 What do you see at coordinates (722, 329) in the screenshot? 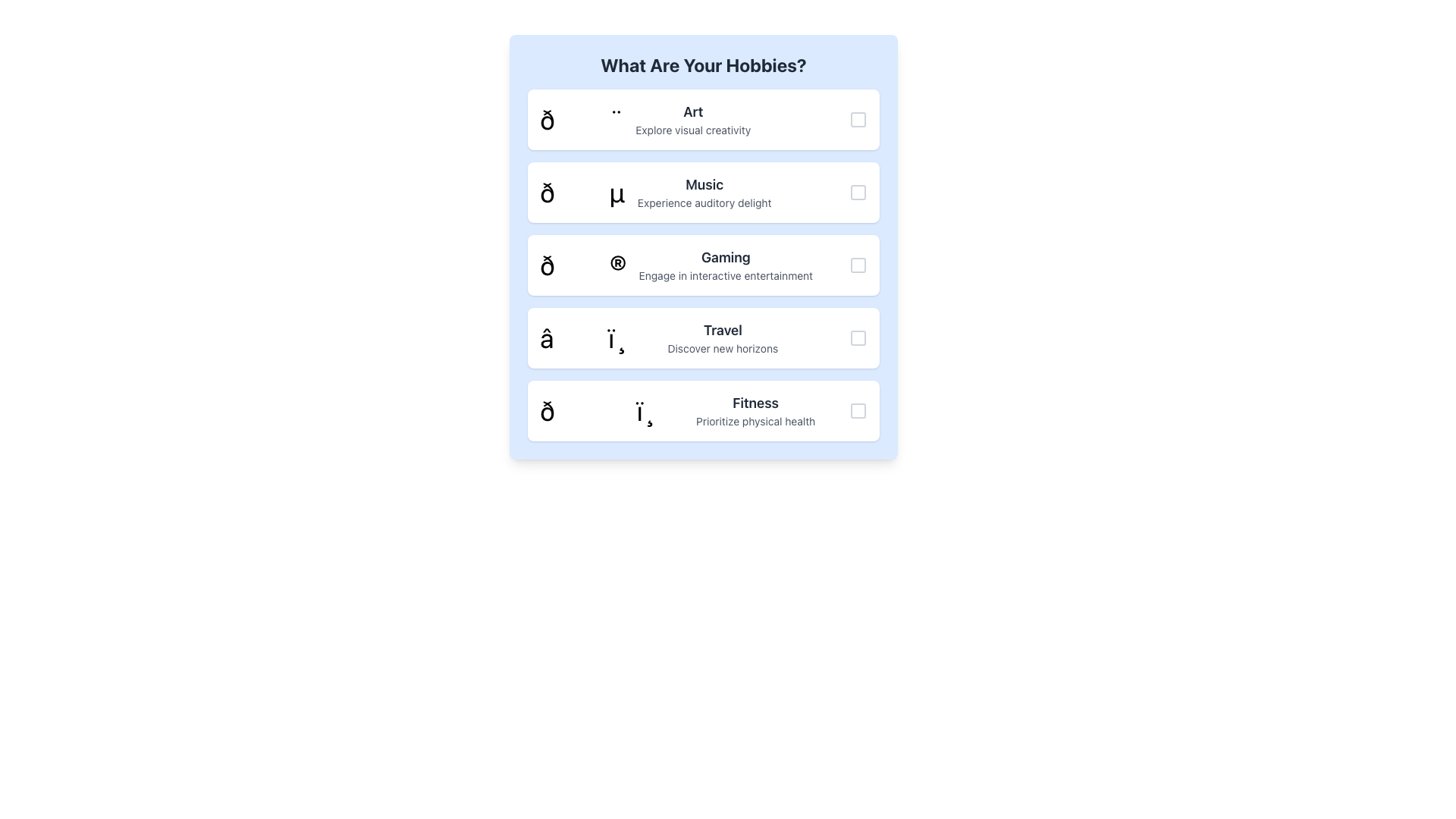
I see `the text label that serves as the header for the hobby option 'Travel', which is positioned as the primary title of the card in the fourth position of a vertical list of hobby options` at bounding box center [722, 329].